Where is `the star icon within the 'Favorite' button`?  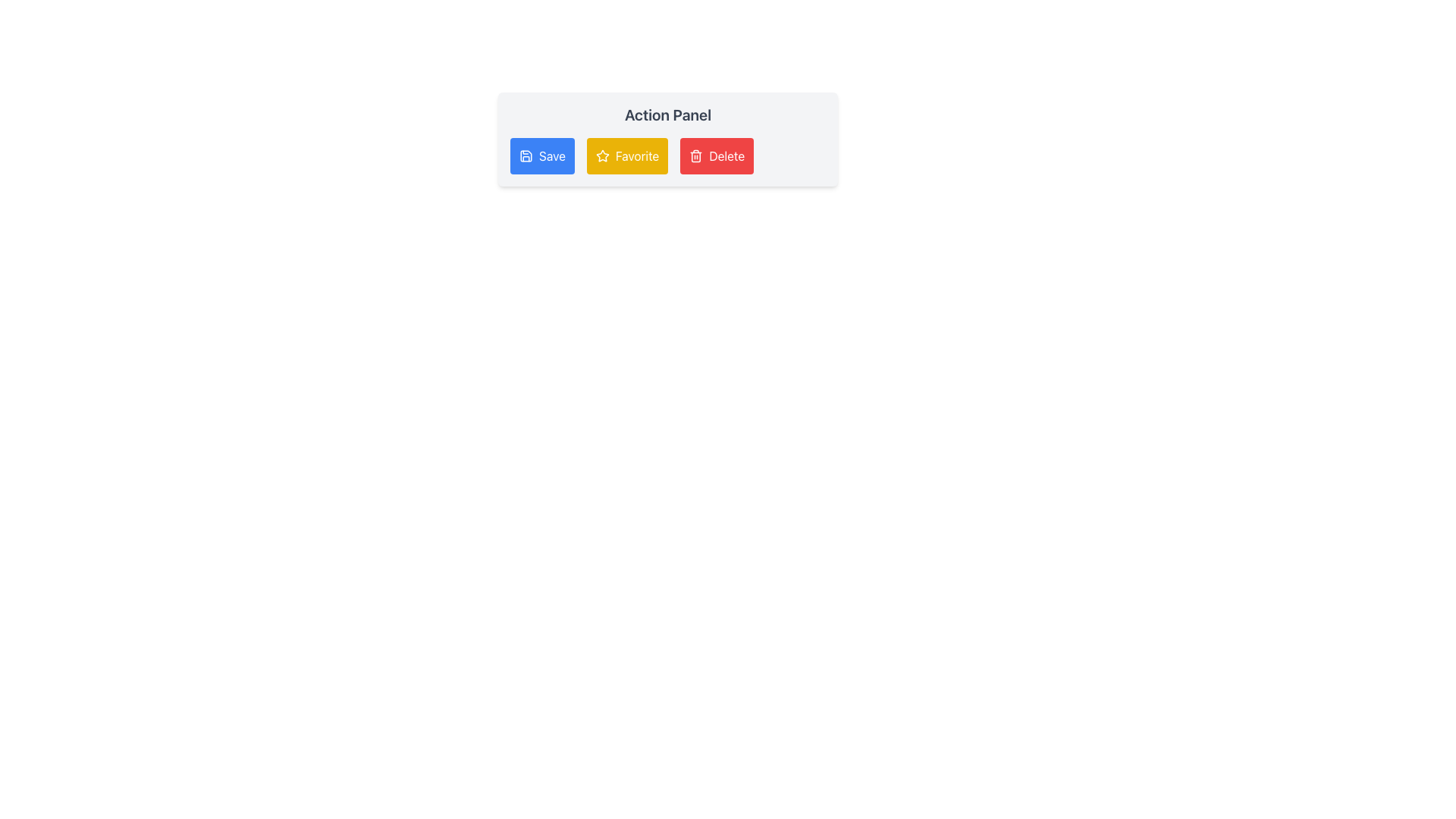 the star icon within the 'Favorite' button is located at coordinates (601, 155).